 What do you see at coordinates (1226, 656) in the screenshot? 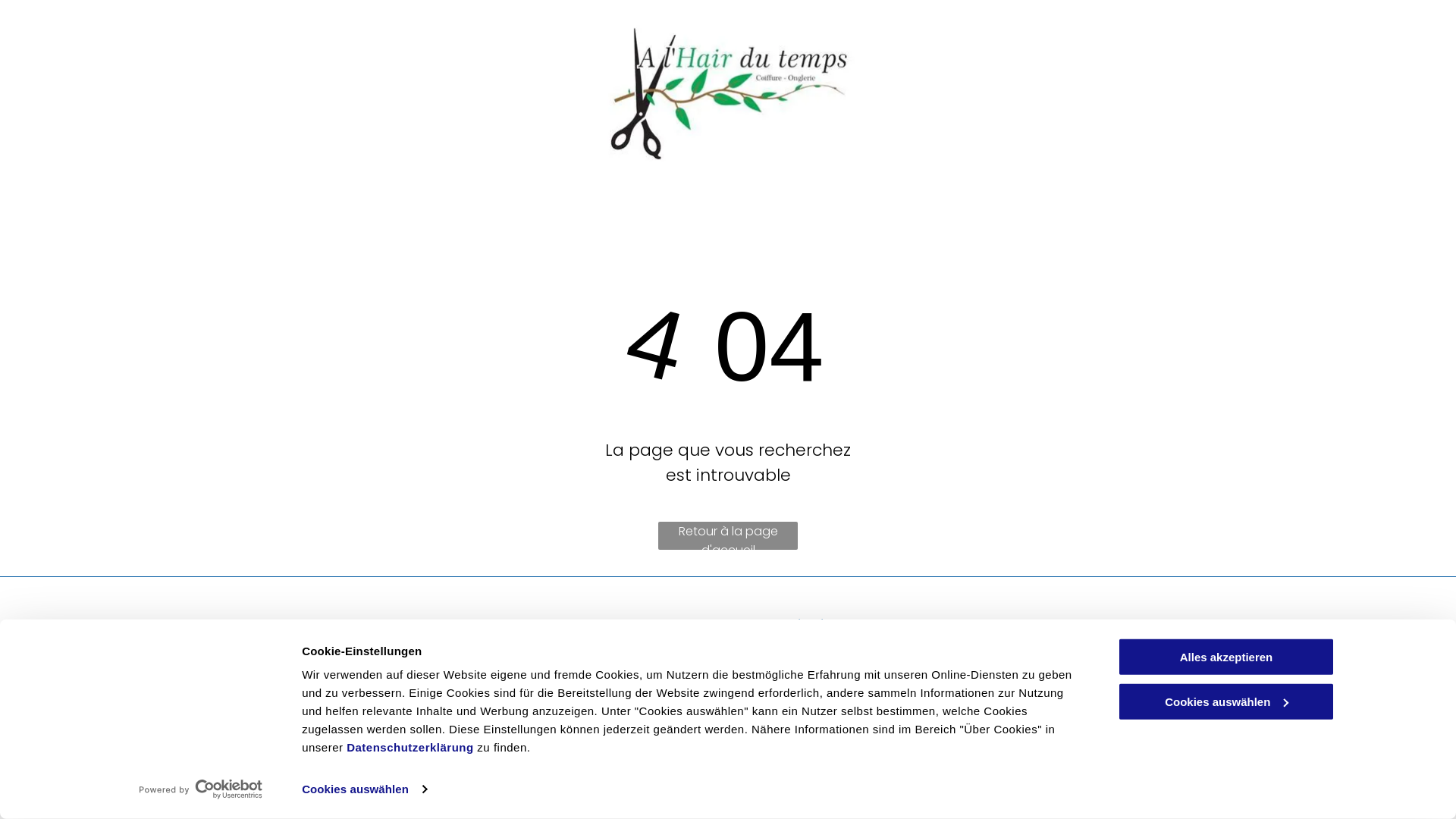
I see `'Alles akzeptieren'` at bounding box center [1226, 656].